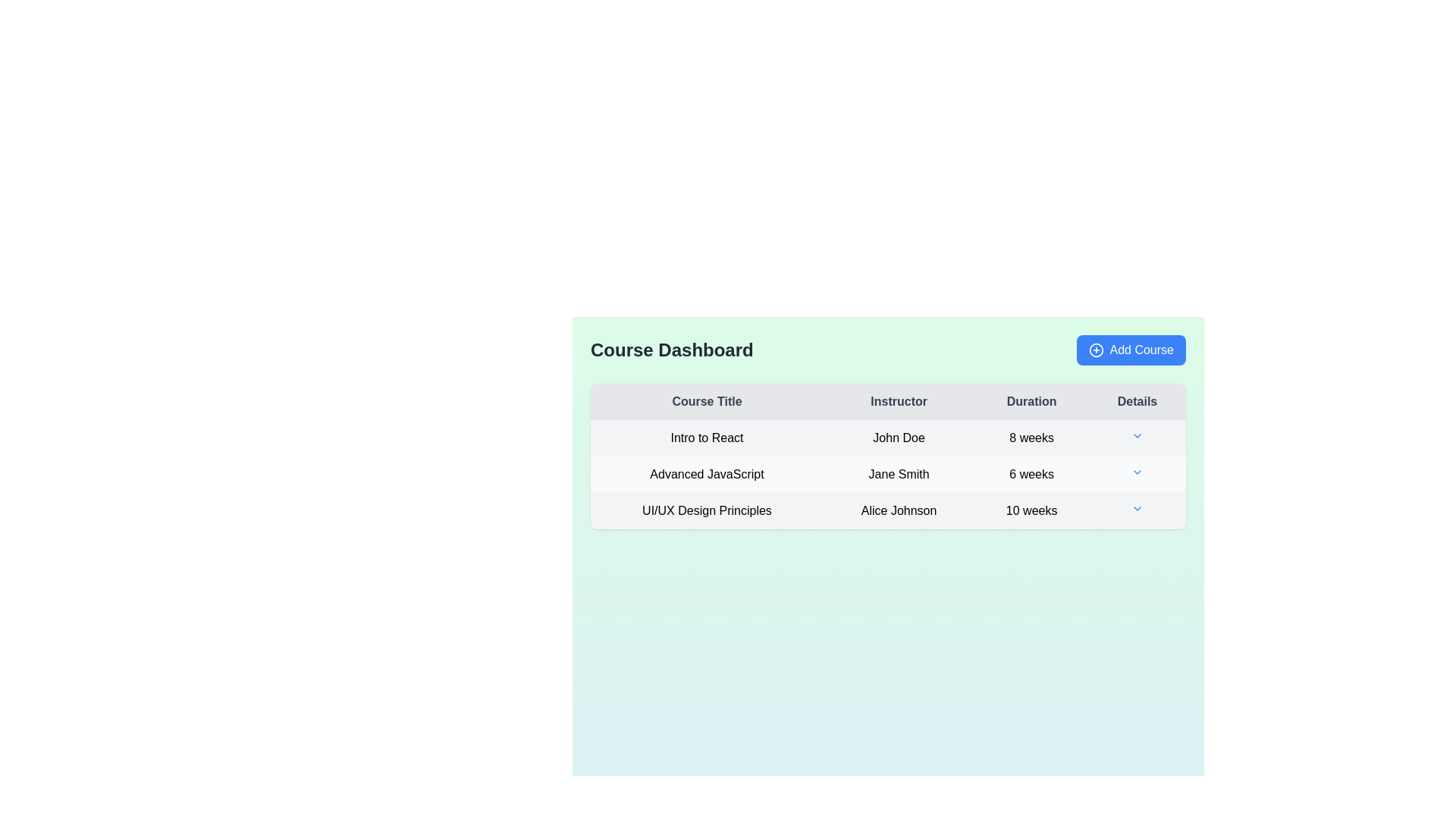  What do you see at coordinates (1137, 400) in the screenshot?
I see `text of the 'Details' column header label in the rightmost column of the table under 'Course Dashboard'` at bounding box center [1137, 400].